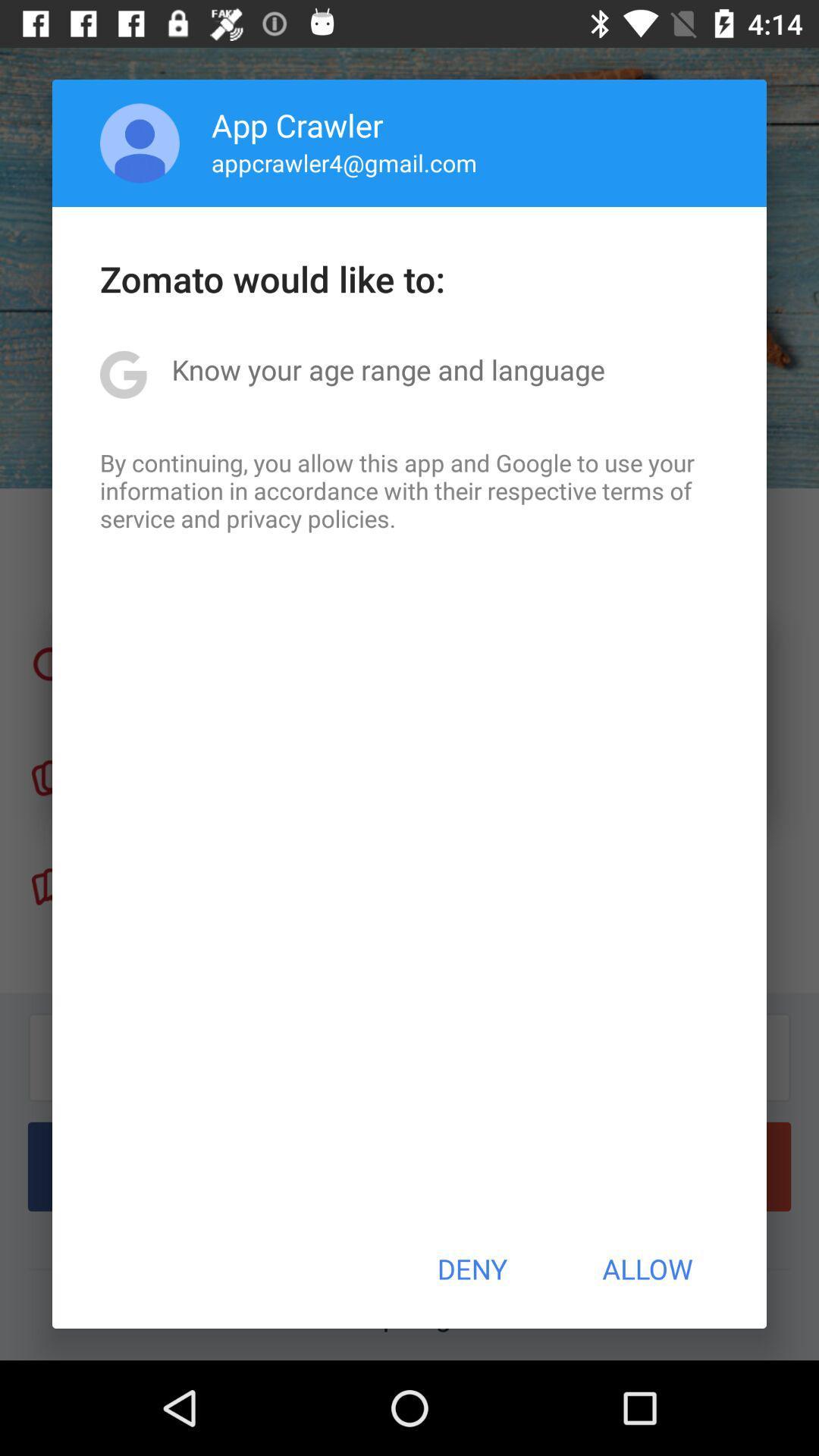 The width and height of the screenshot is (819, 1456). I want to click on deny button, so click(471, 1269).